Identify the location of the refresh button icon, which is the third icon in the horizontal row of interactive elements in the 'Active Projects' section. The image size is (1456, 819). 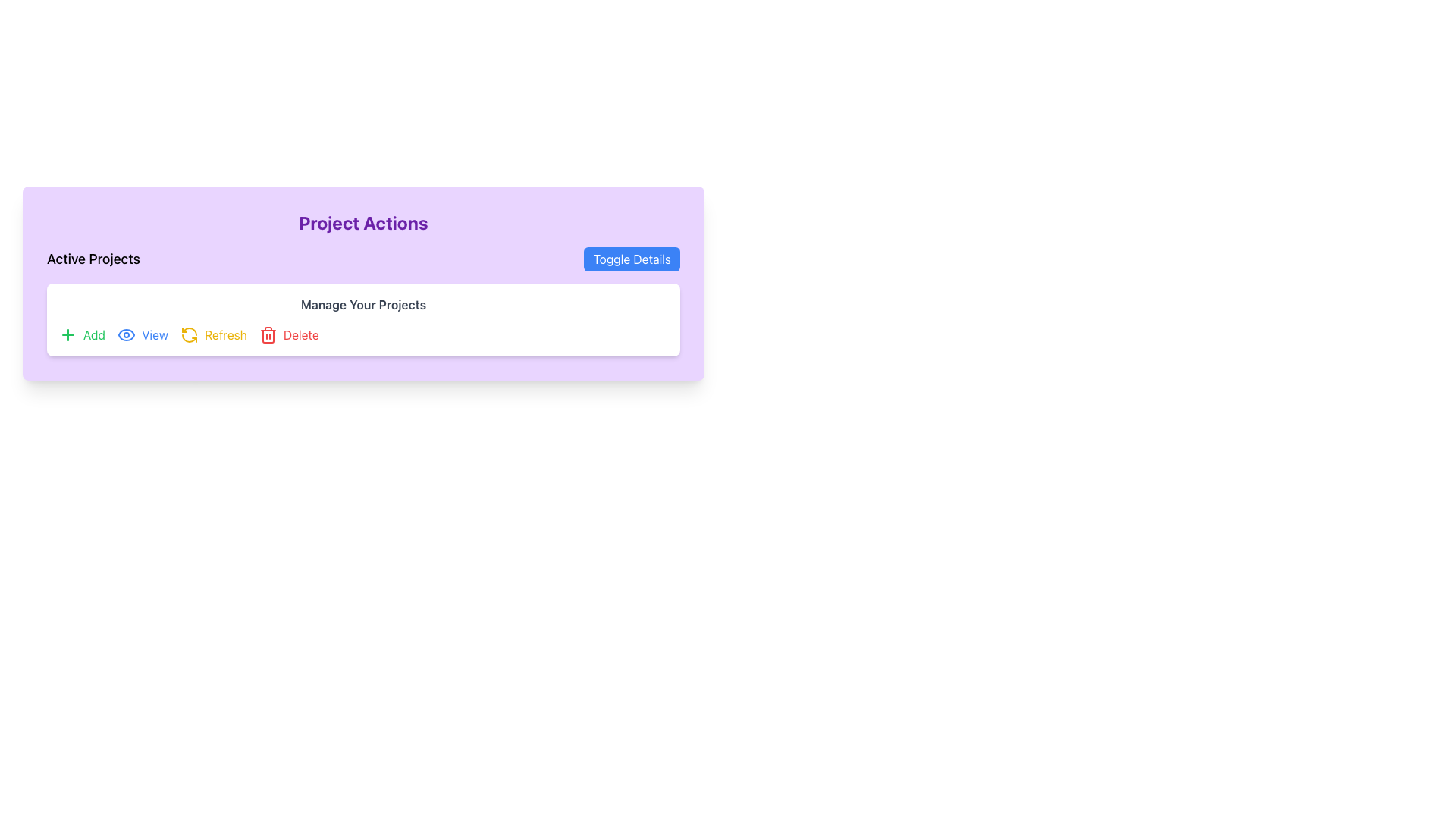
(188, 334).